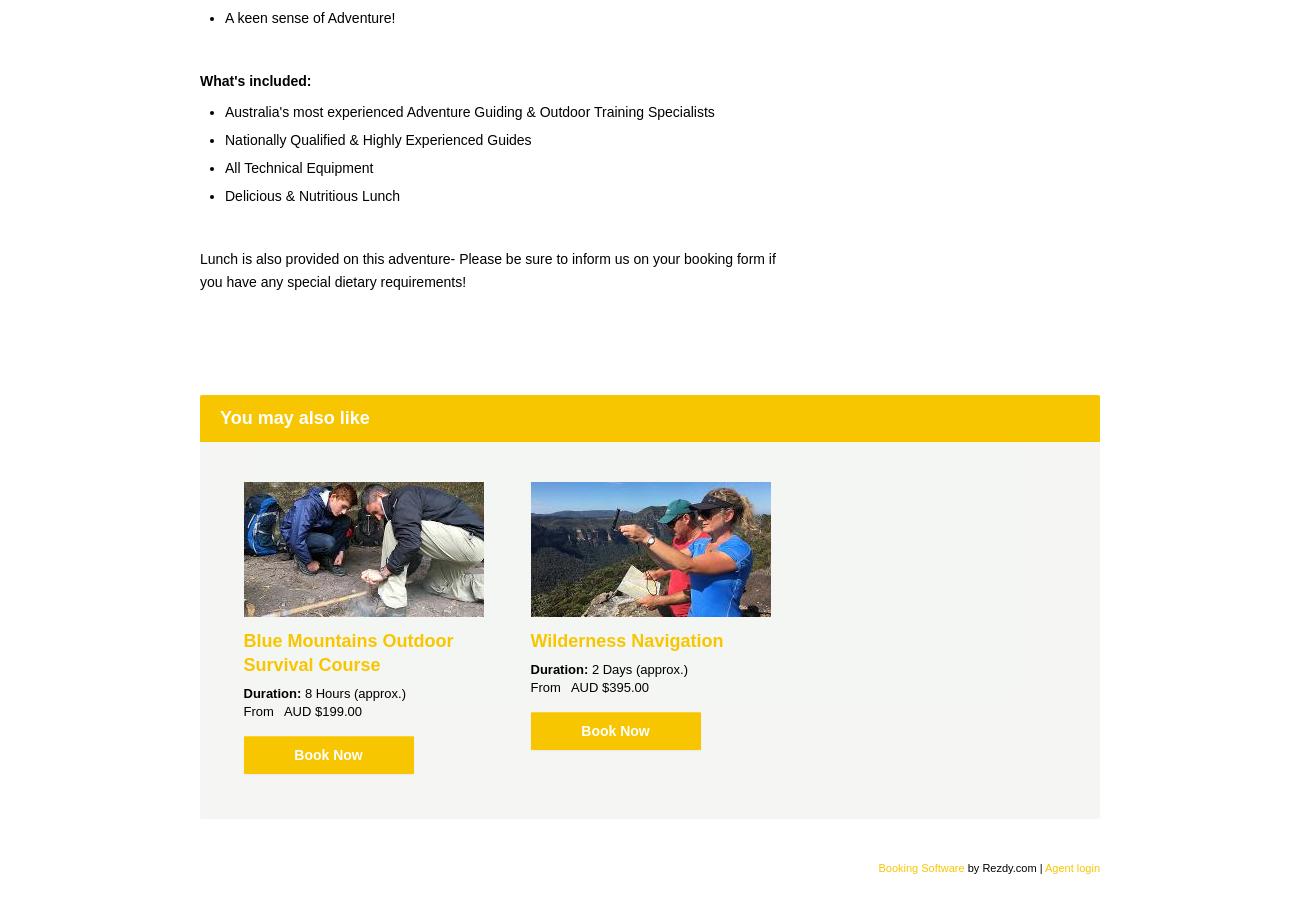 This screenshot has height=922, width=1300. I want to click on '8 Hours                        (approx.)', so click(303, 692).